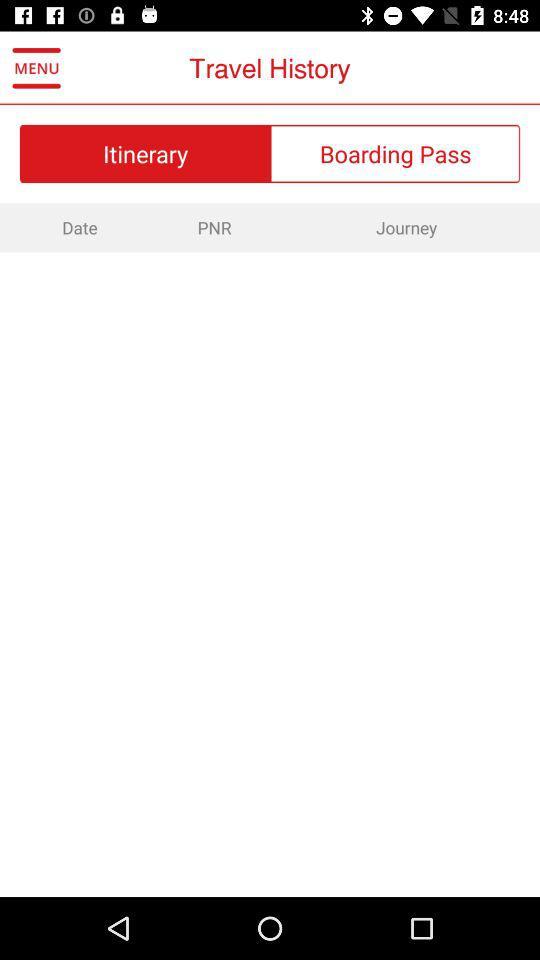 Image resolution: width=540 pixels, height=960 pixels. I want to click on date item, so click(76, 227).